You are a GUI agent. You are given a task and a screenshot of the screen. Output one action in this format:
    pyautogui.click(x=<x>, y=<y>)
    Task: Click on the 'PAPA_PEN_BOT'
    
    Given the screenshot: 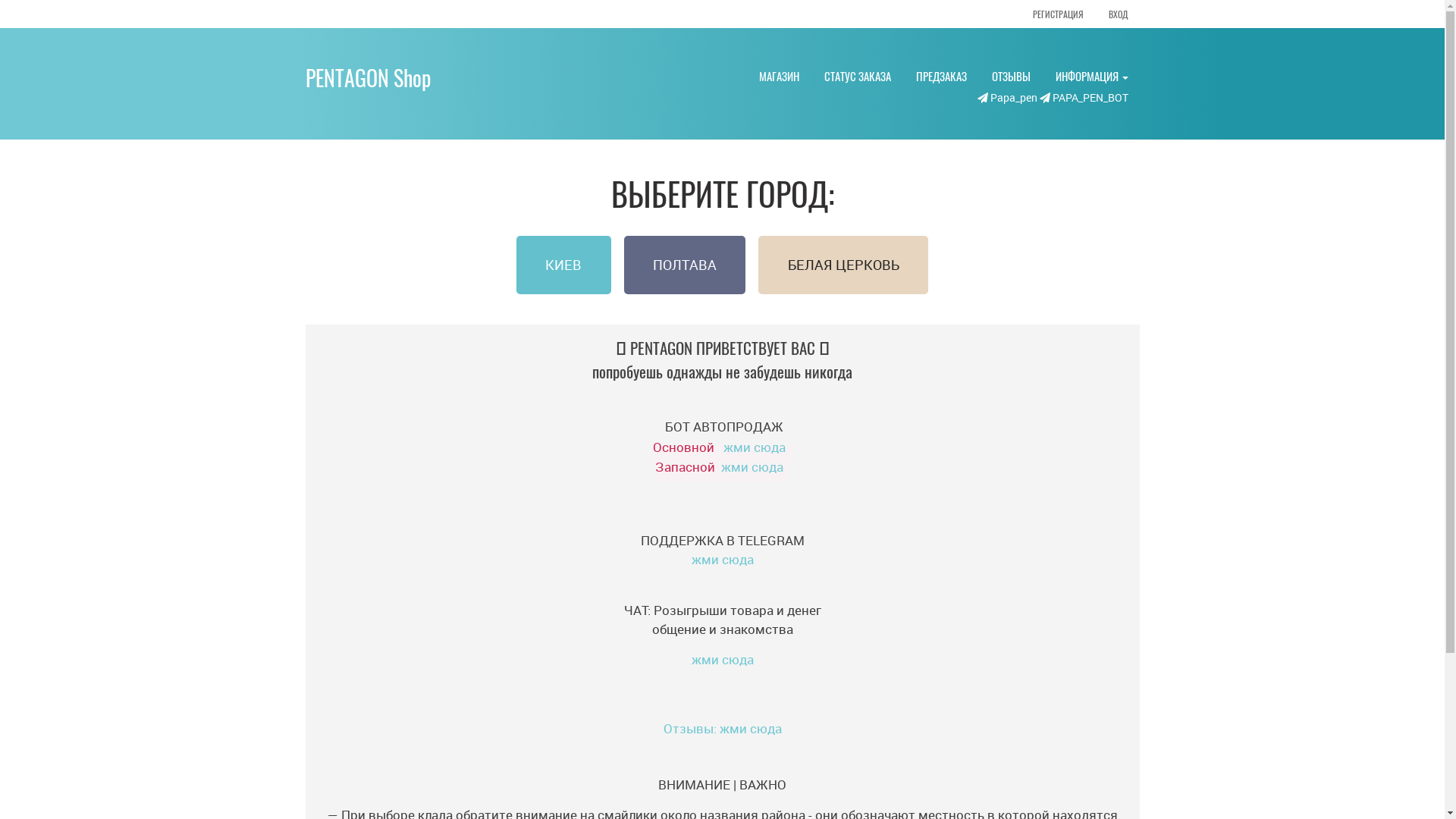 What is the action you would take?
    pyautogui.click(x=1082, y=97)
    